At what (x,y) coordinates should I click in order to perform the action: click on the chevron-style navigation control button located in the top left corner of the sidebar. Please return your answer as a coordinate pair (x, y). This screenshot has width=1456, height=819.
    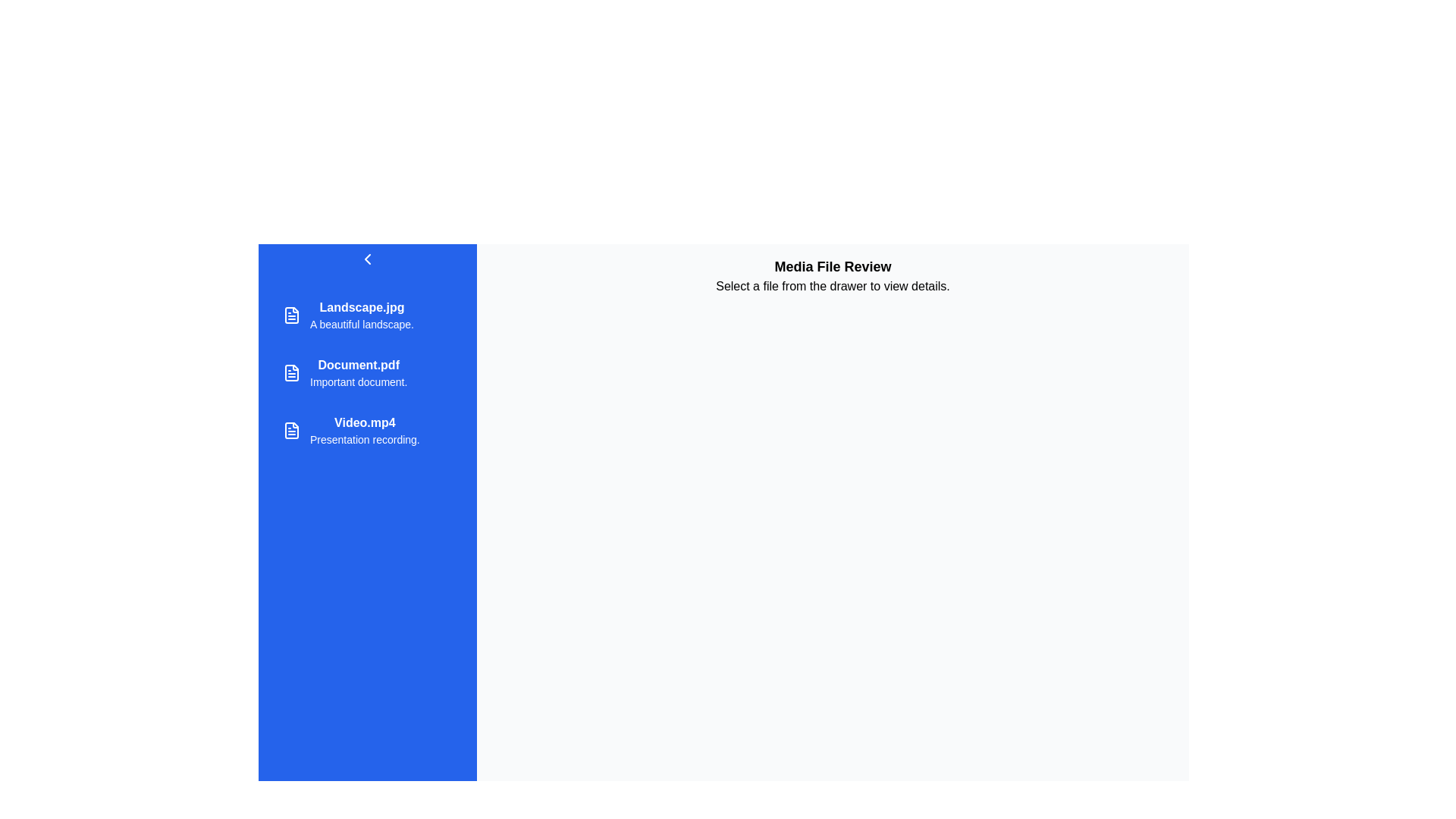
    Looking at the image, I should click on (367, 259).